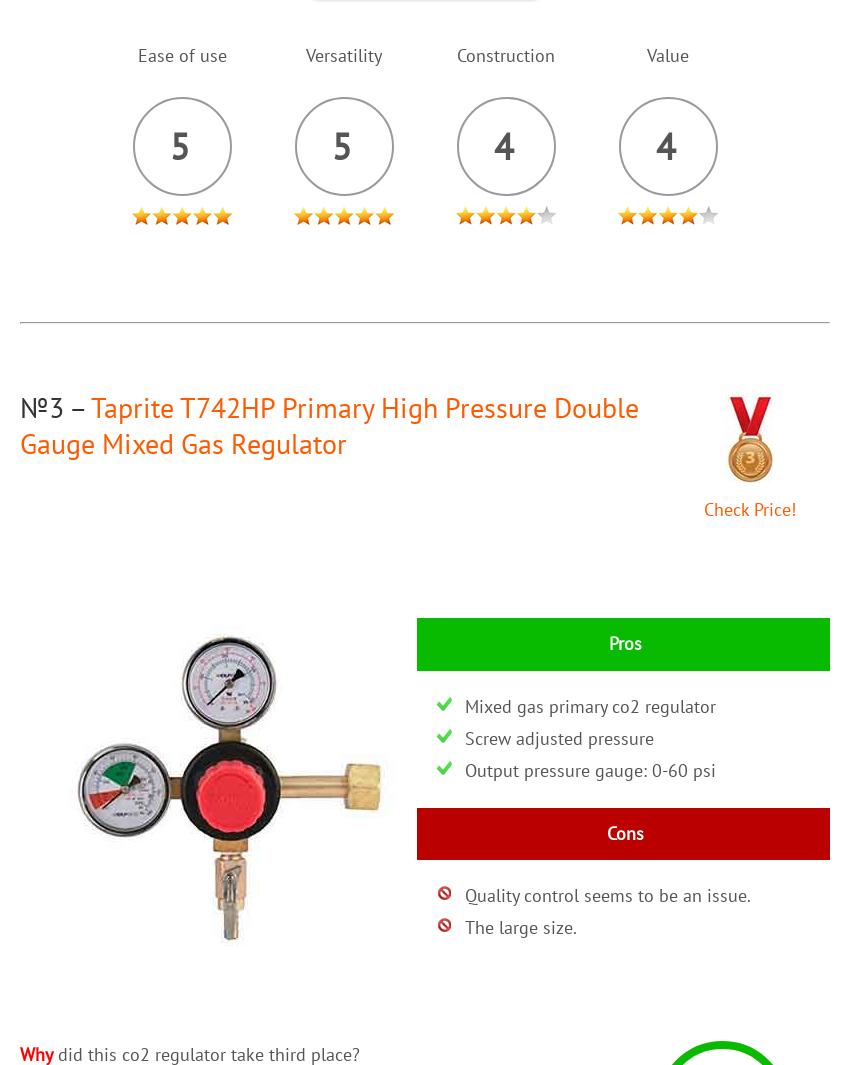 Image resolution: width=850 pixels, height=1065 pixels. I want to click on 'Versatility', so click(306, 54).